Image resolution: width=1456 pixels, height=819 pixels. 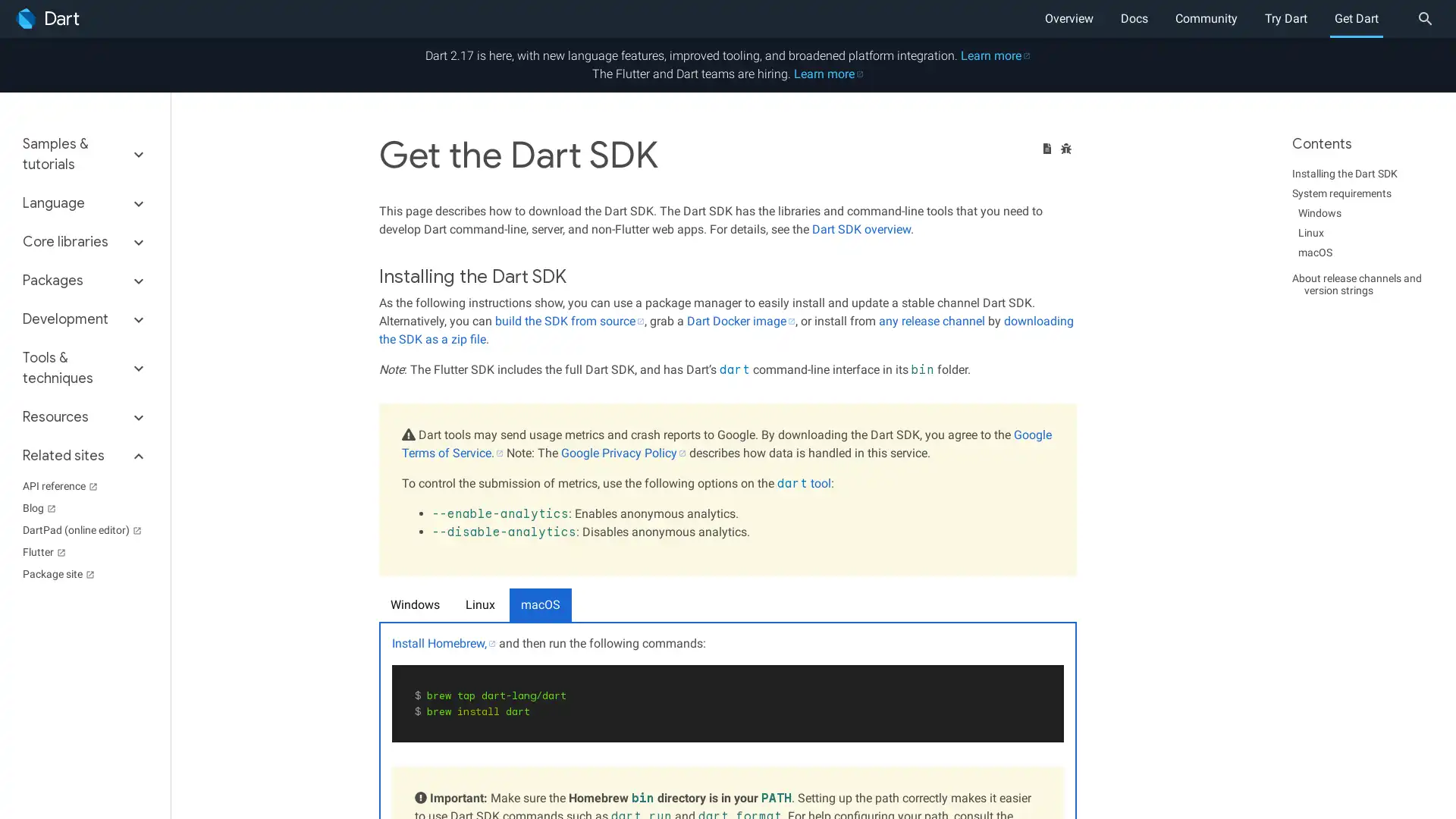 I want to click on Core libraries keyboard_arrow_down, so click(x=84, y=241).